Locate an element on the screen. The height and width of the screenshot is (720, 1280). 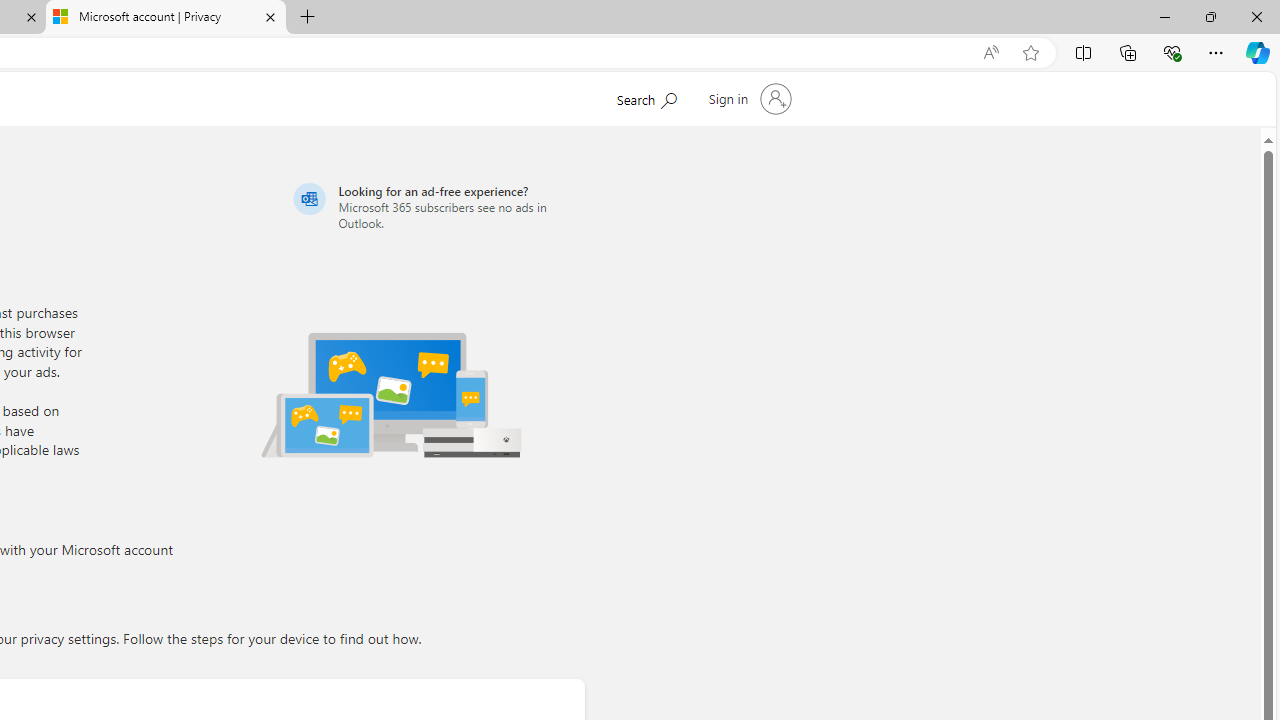
'Add this page to favorites (Ctrl+D)' is located at coordinates (1031, 52).